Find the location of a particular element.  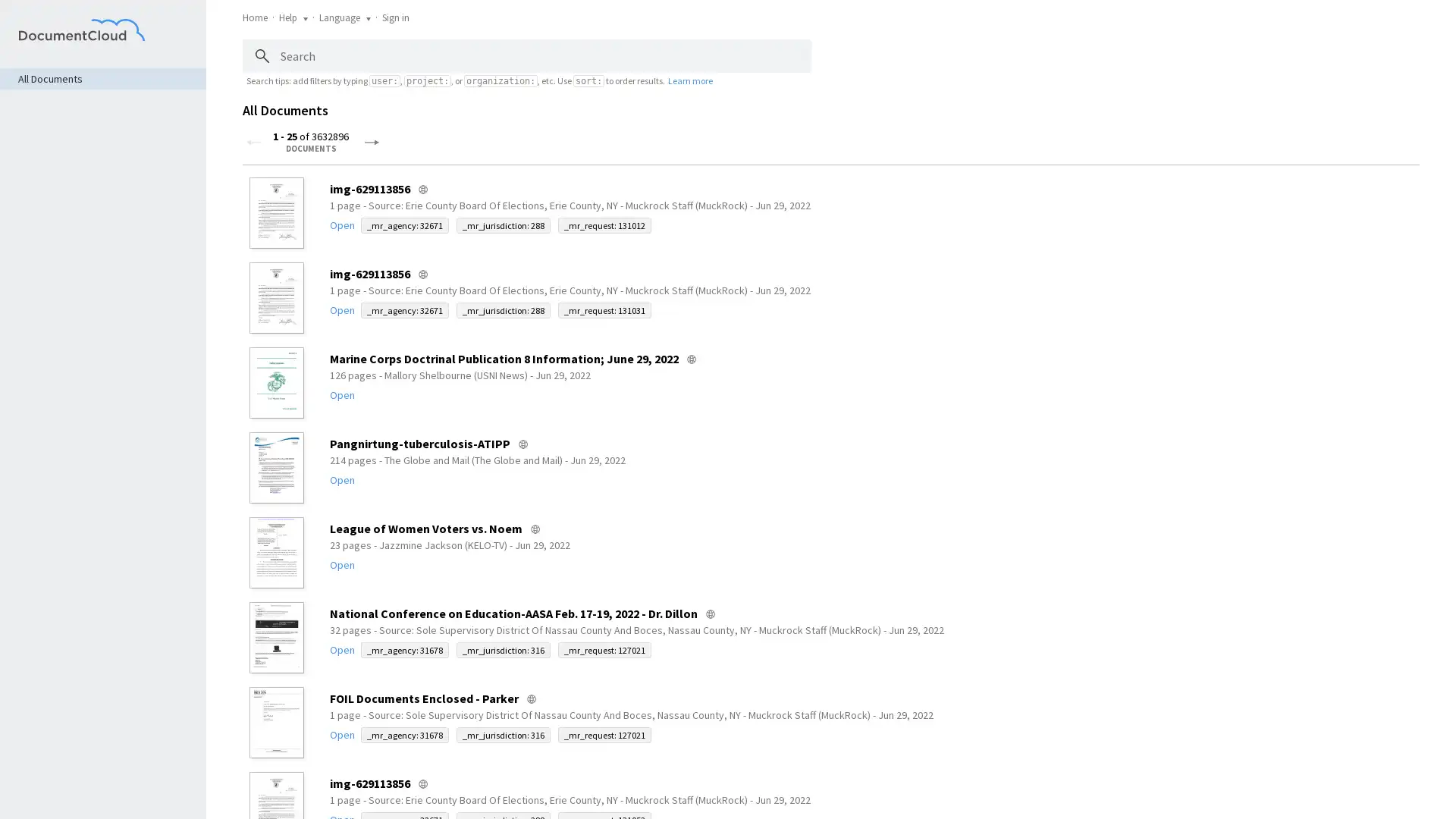

_mr_jurisdiction: 288 is located at coordinates (503, 309).